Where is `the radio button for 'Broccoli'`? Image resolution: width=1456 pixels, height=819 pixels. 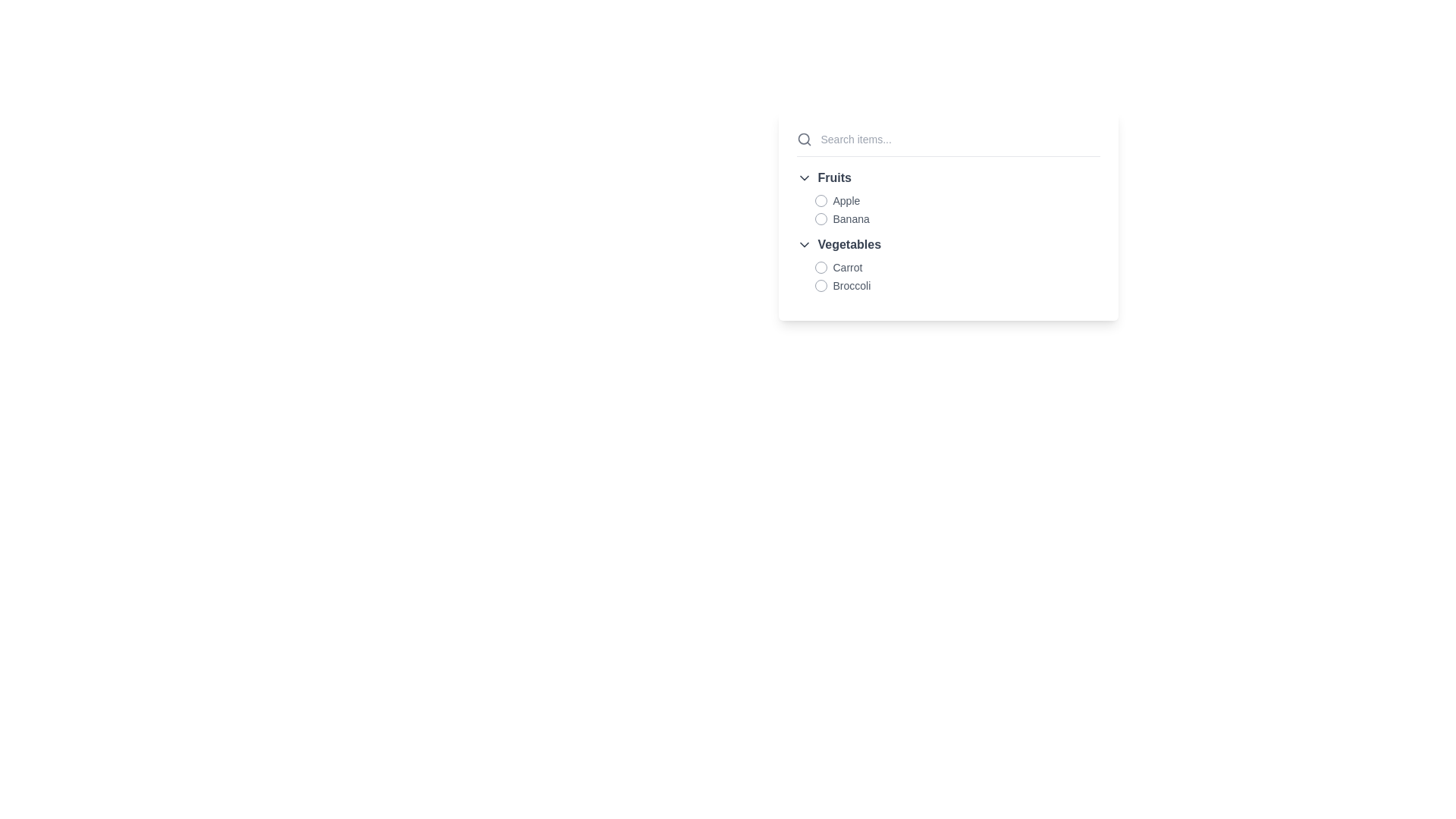
the radio button for 'Broccoli' is located at coordinates (820, 286).